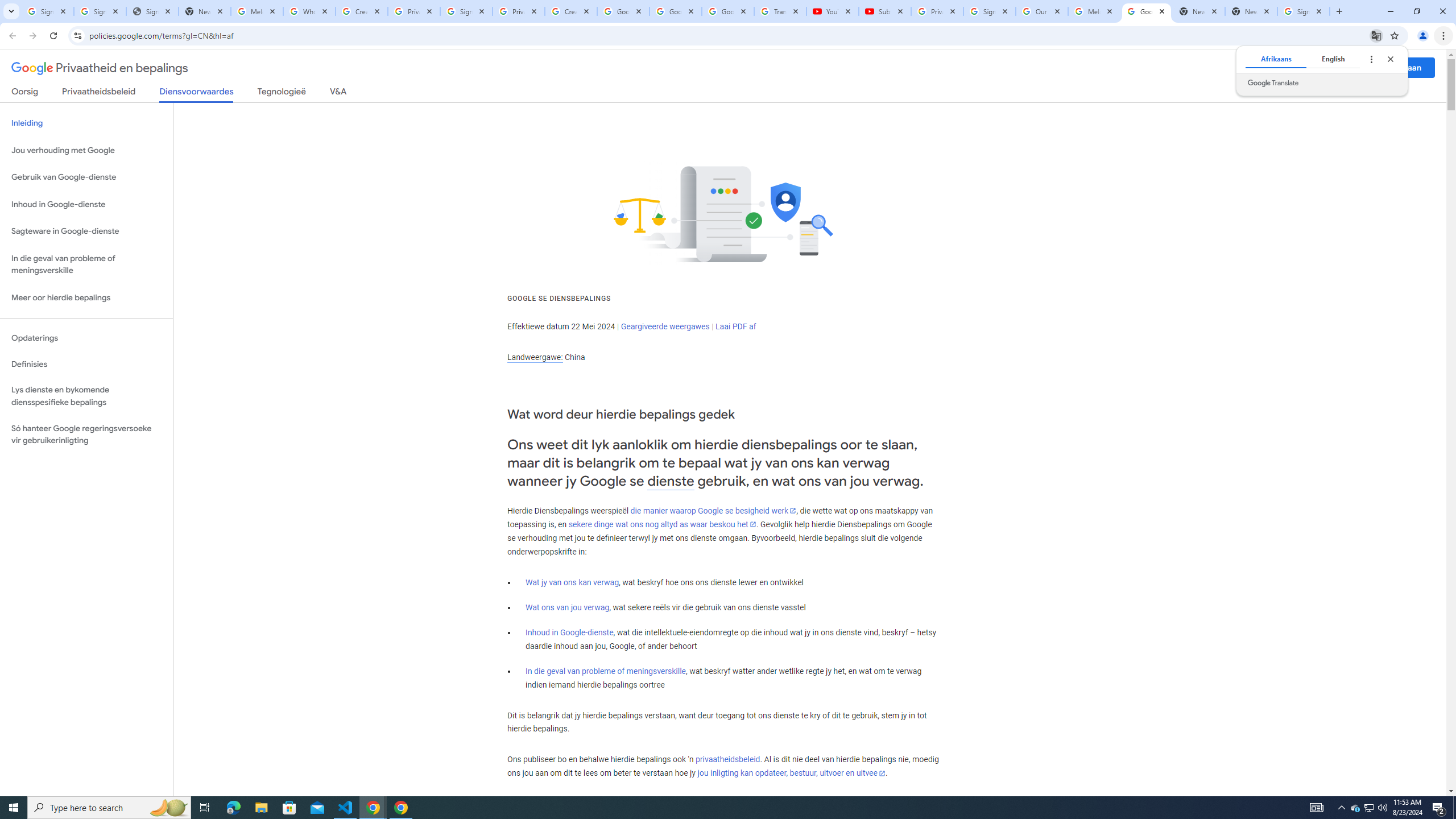  Describe the element at coordinates (86, 122) in the screenshot. I see `'Inleiding'` at that location.